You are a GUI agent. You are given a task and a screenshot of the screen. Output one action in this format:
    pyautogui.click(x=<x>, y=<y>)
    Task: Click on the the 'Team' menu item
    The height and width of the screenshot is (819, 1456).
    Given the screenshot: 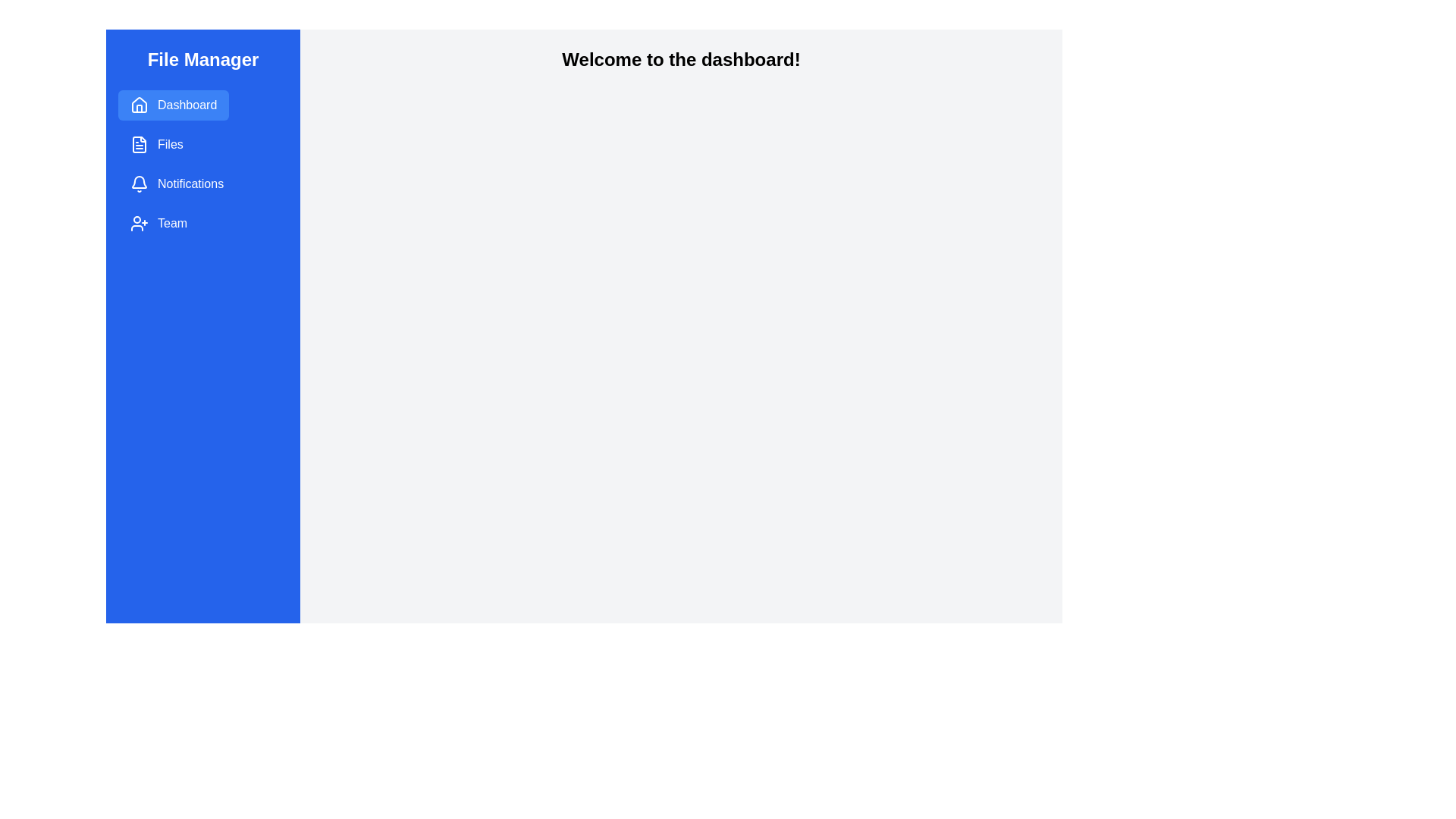 What is the action you would take?
    pyautogui.click(x=158, y=223)
    